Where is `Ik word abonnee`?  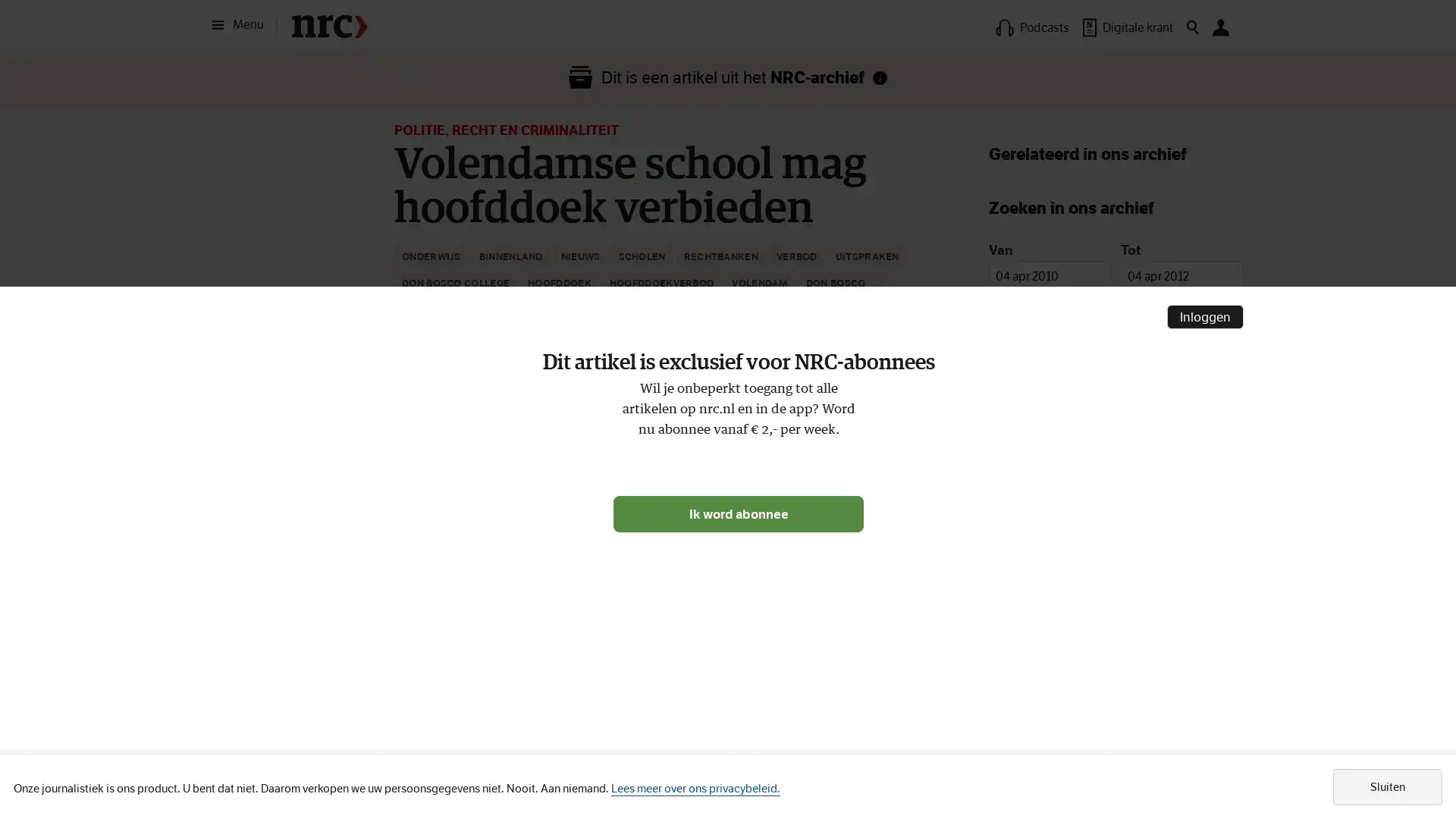 Ik word abonnee is located at coordinates (739, 513).